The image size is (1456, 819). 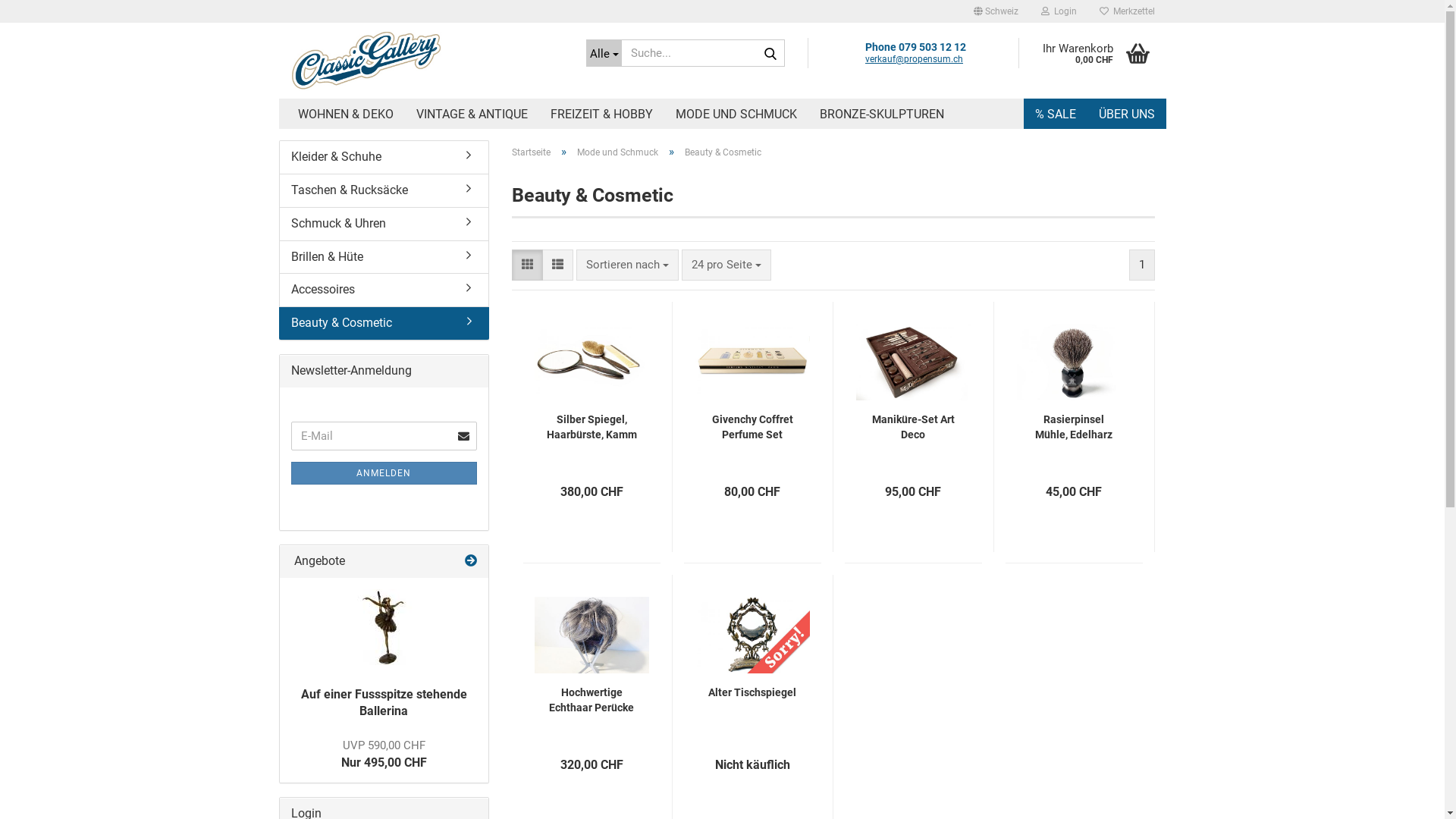 I want to click on '% SALE', so click(x=1055, y=113).